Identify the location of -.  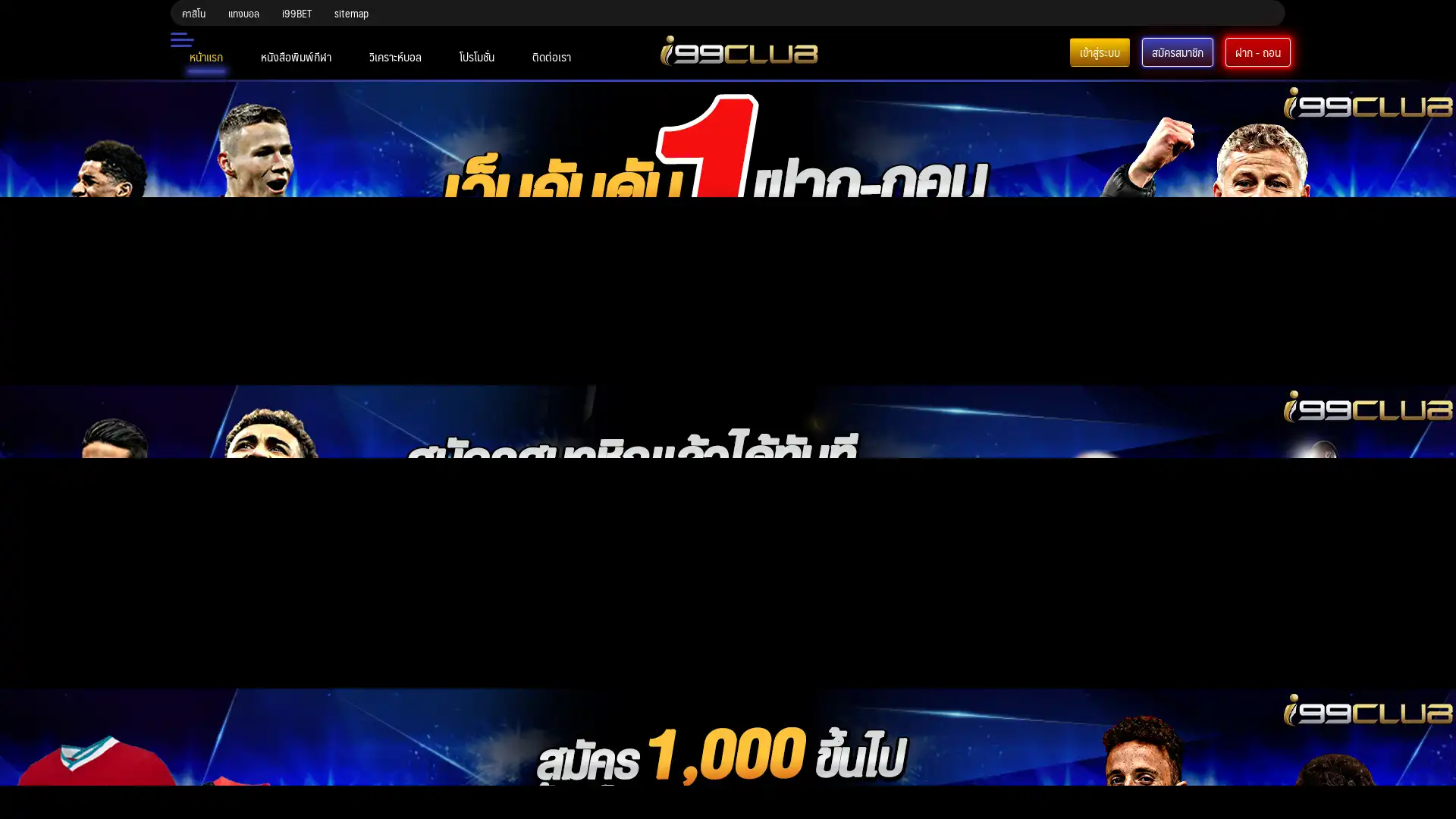
(1258, 52).